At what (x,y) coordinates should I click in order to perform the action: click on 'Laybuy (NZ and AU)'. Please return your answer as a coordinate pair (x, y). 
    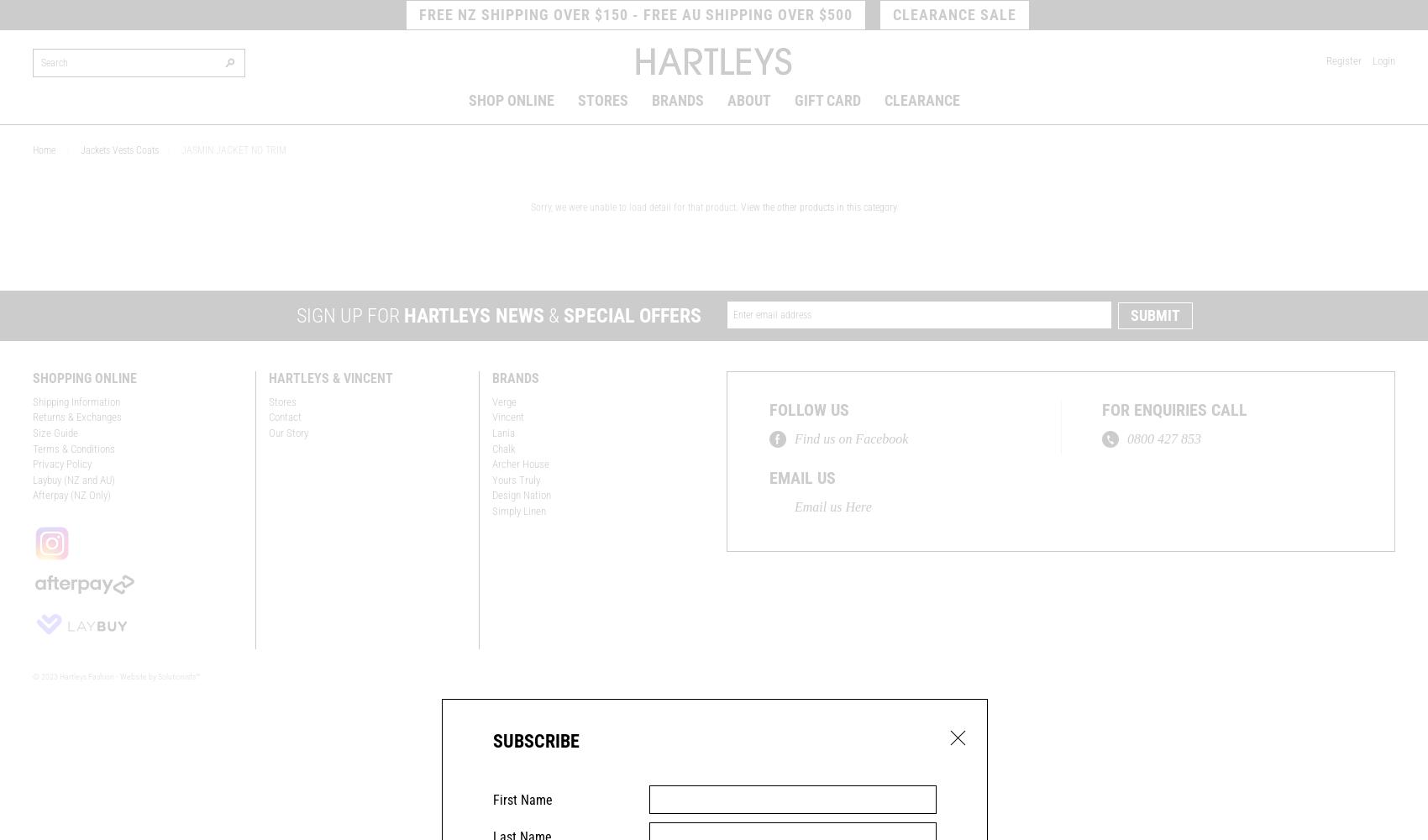
    Looking at the image, I should click on (74, 478).